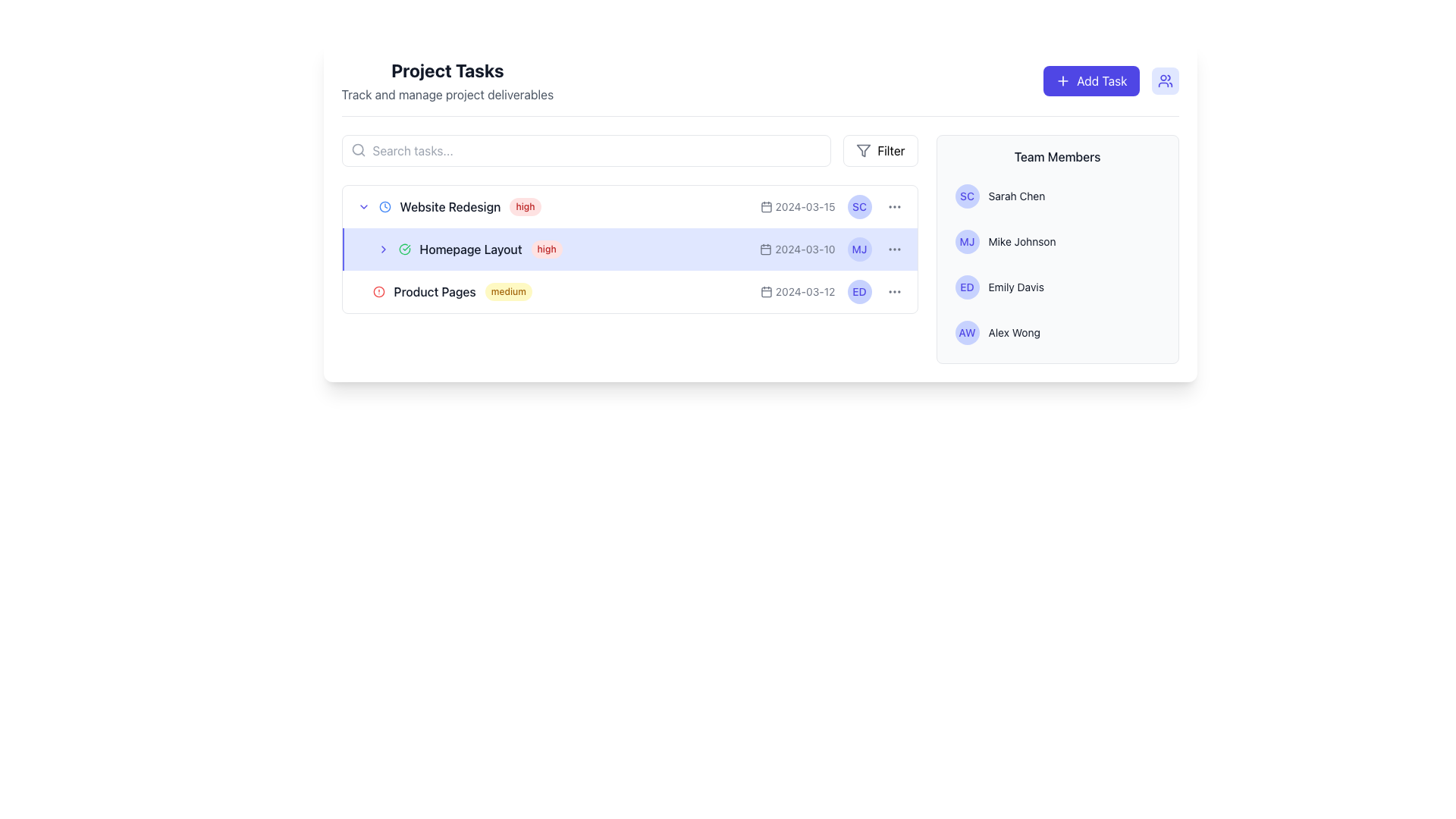  I want to click on the Header text indicating 'Project Tasks', which is the primary title located near the top-left area of the interface, above the subtitle 'Track and manage project deliverables', so click(447, 70).